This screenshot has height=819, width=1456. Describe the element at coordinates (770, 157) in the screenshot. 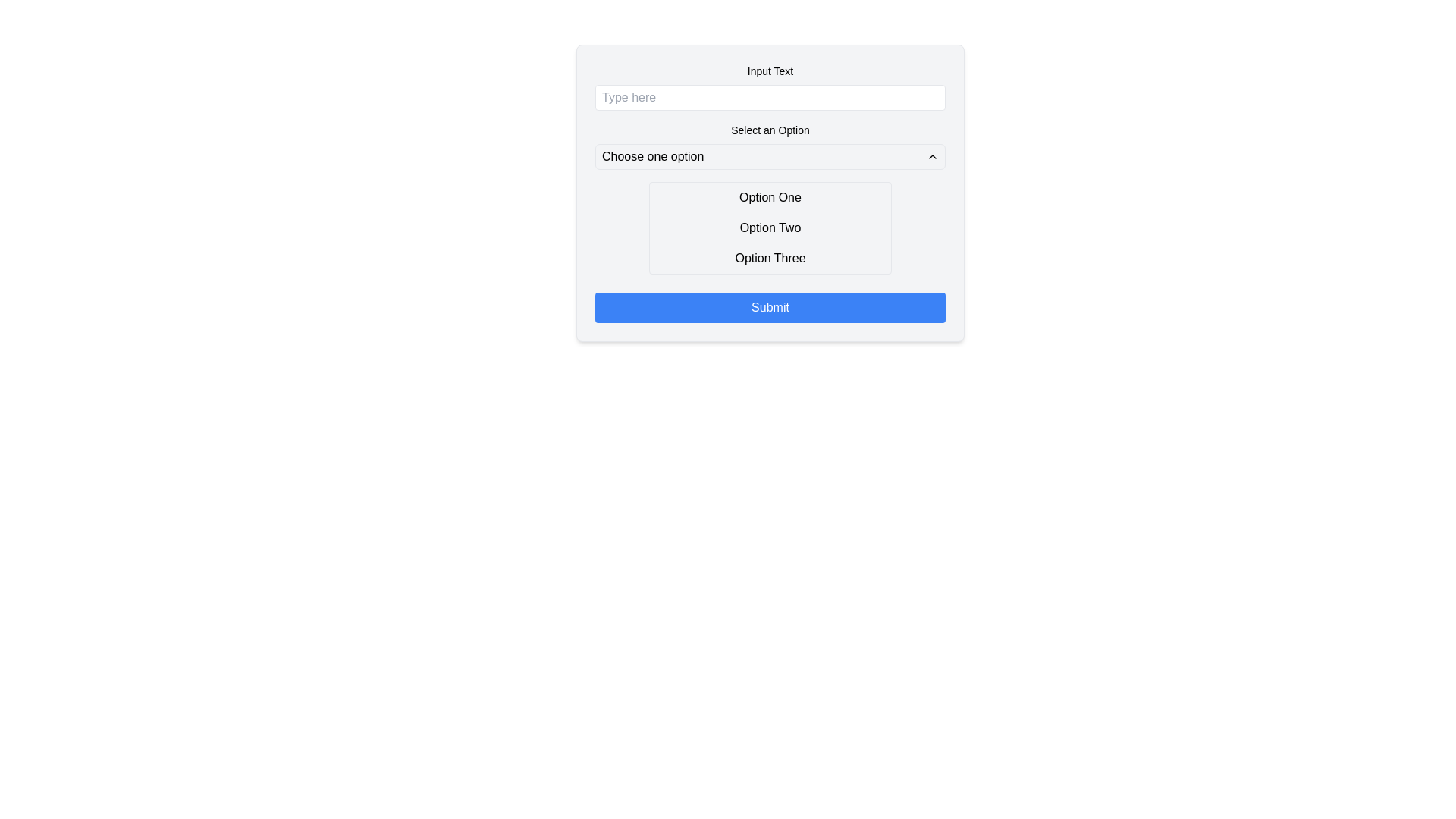

I see `the dropdown menu with the text 'Choose one option' located below the label 'Select an Option' by clicking on it for keyboard navigation` at that location.